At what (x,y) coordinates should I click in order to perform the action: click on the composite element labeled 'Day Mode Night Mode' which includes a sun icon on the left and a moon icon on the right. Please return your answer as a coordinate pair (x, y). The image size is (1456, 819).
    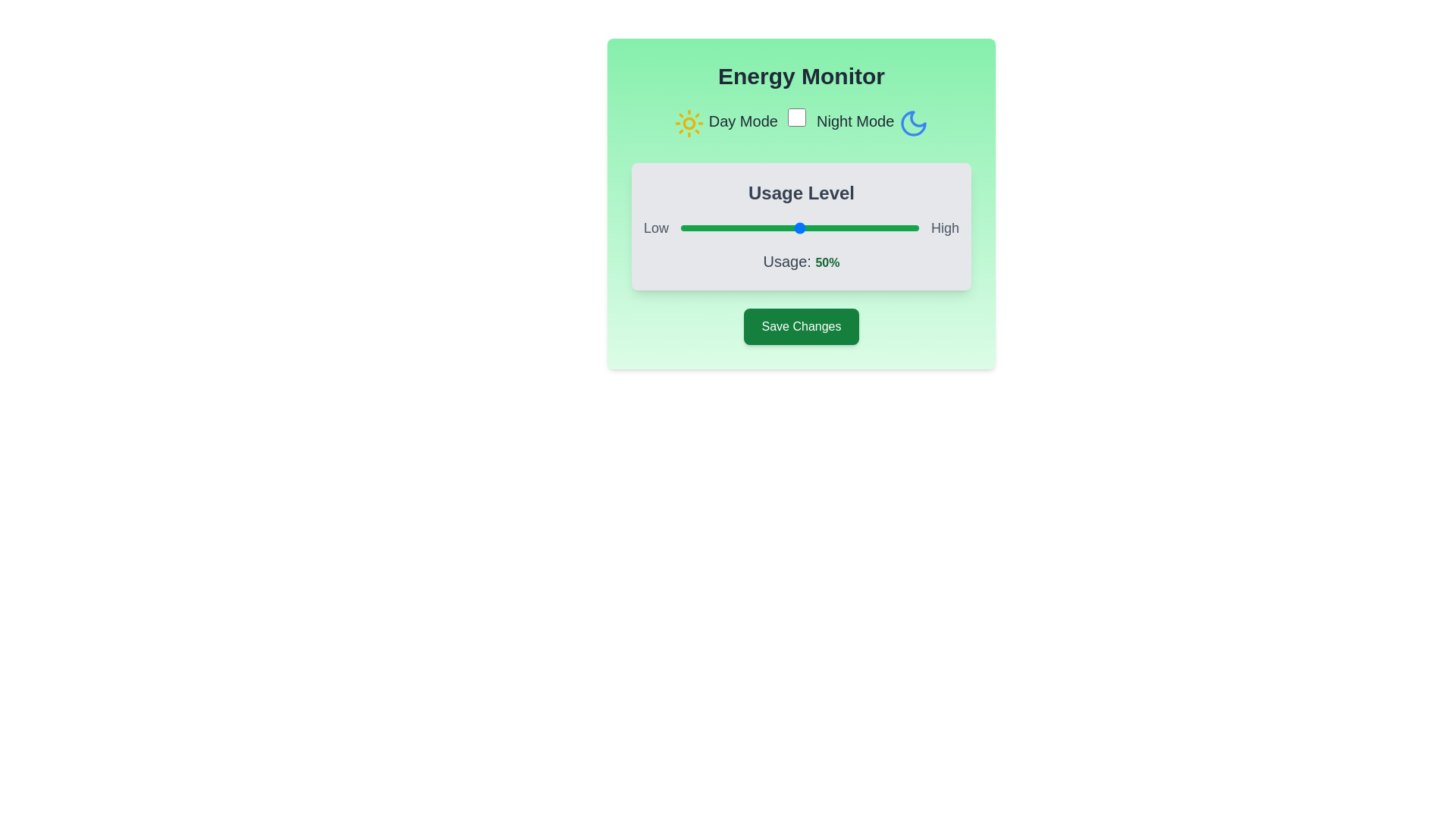
    Looking at the image, I should click on (800, 122).